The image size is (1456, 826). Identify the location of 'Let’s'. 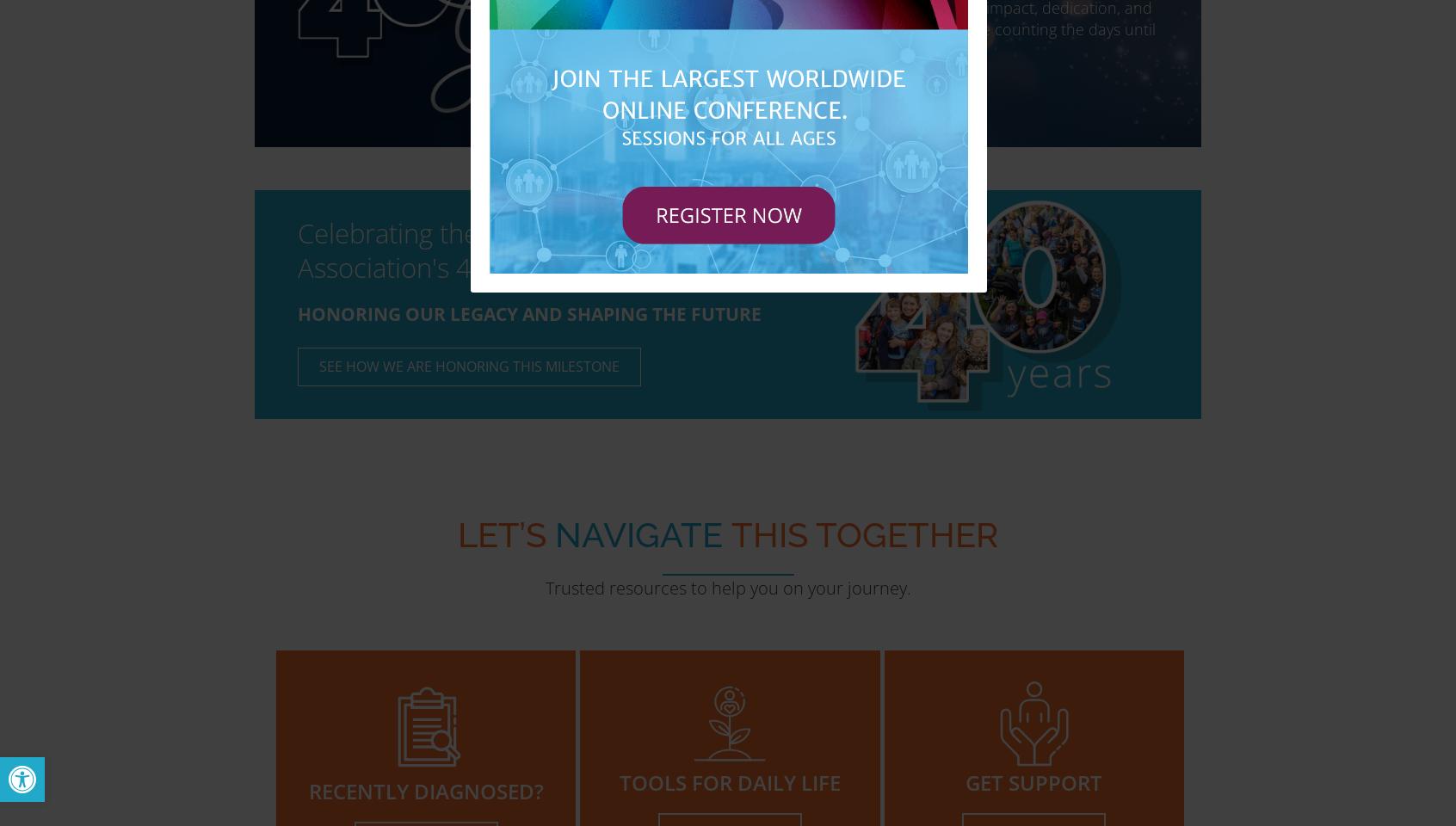
(501, 533).